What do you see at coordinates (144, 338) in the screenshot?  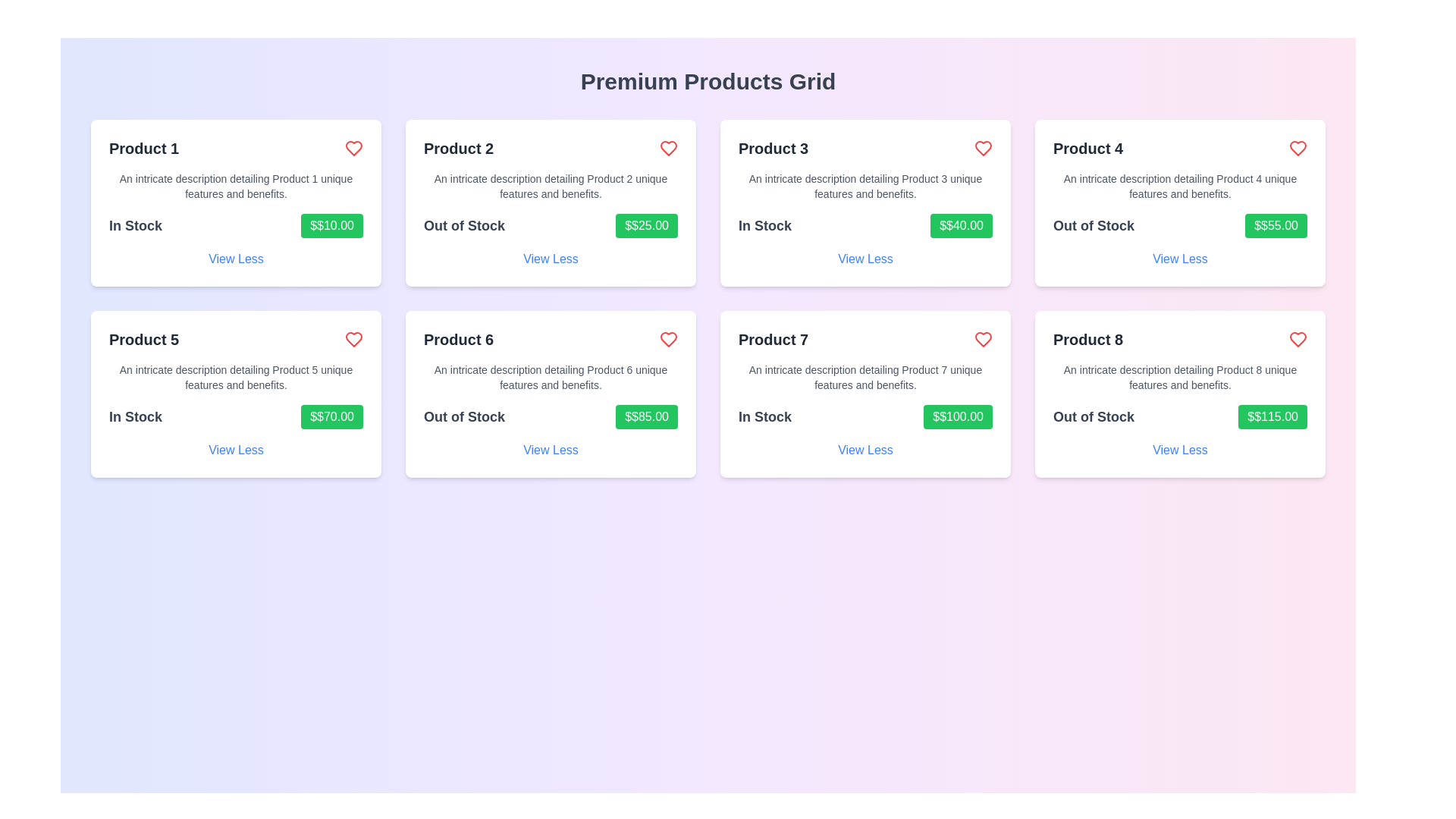 I see `the product name text label located at the top-left of the product card in the second row of the grid layout` at bounding box center [144, 338].